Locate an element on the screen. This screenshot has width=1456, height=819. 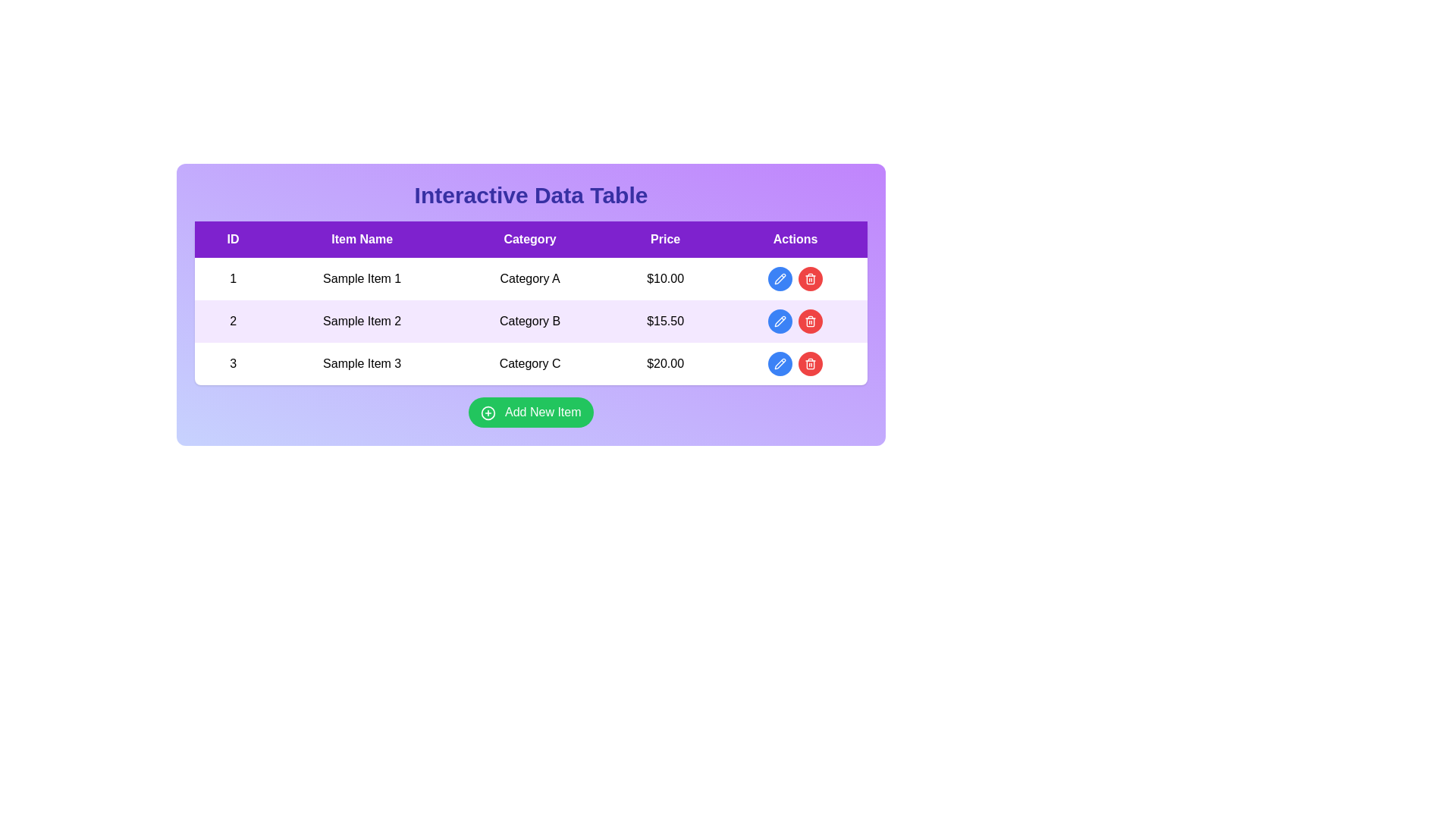
the 'Item Name' table header cell located in the second column of the header row, positioned between 'ID' and 'Category' is located at coordinates (361, 239).